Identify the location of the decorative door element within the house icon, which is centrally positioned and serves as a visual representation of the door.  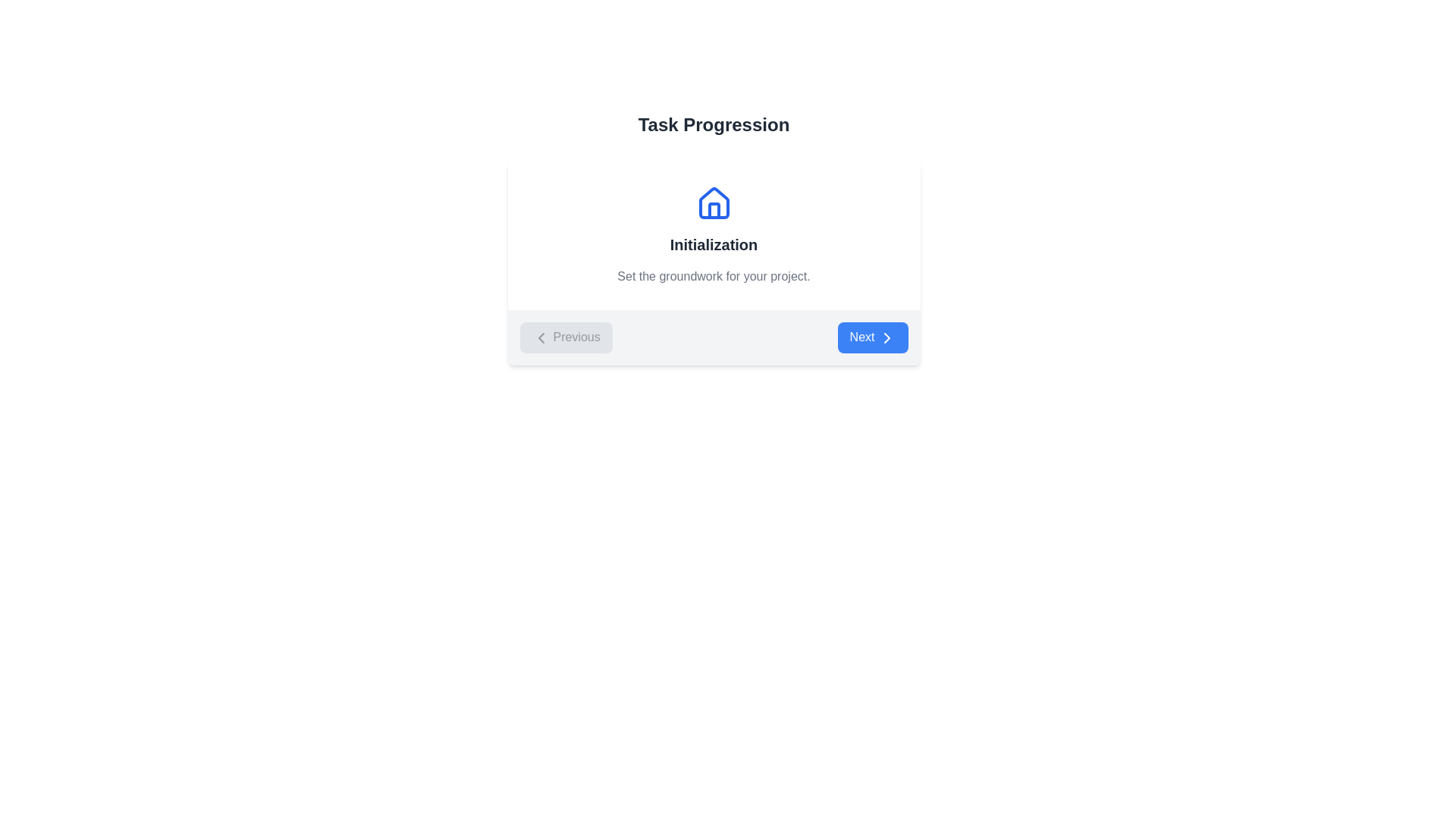
(713, 210).